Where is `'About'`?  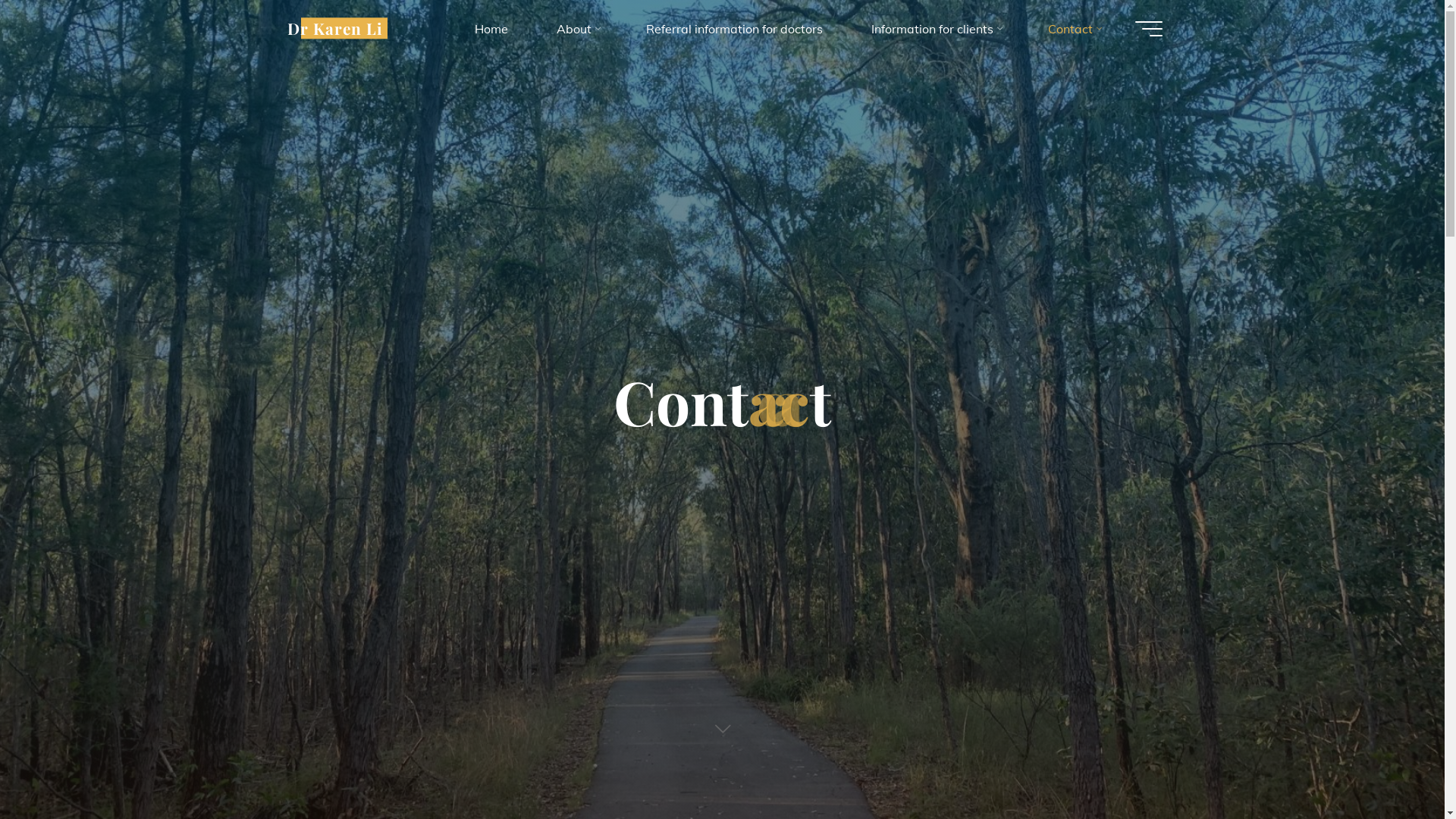
'About' is located at coordinates (576, 29).